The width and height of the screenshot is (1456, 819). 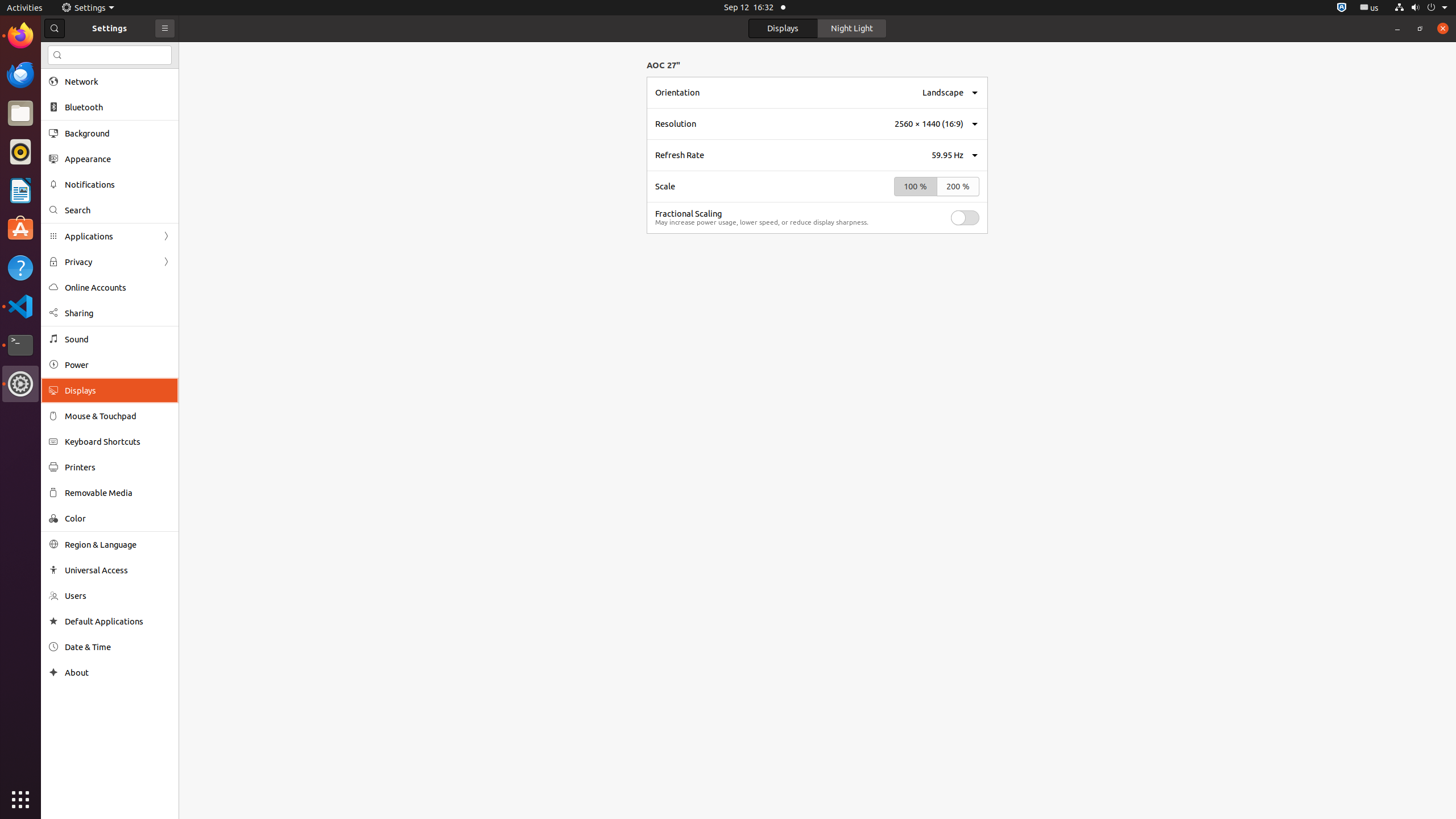 What do you see at coordinates (118, 338) in the screenshot?
I see `'Sound'` at bounding box center [118, 338].